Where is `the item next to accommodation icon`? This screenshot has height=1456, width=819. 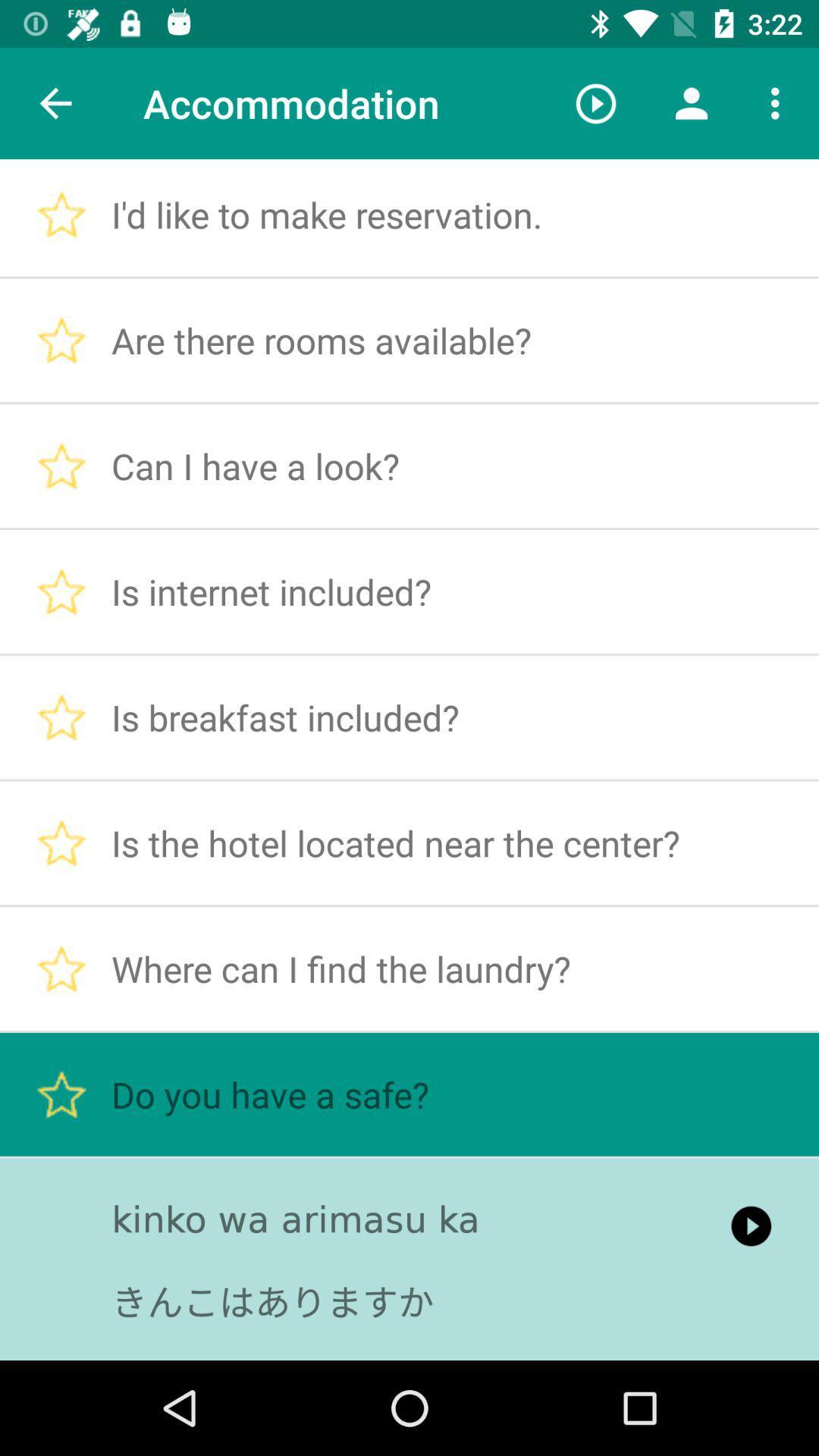
the item next to accommodation icon is located at coordinates (595, 102).